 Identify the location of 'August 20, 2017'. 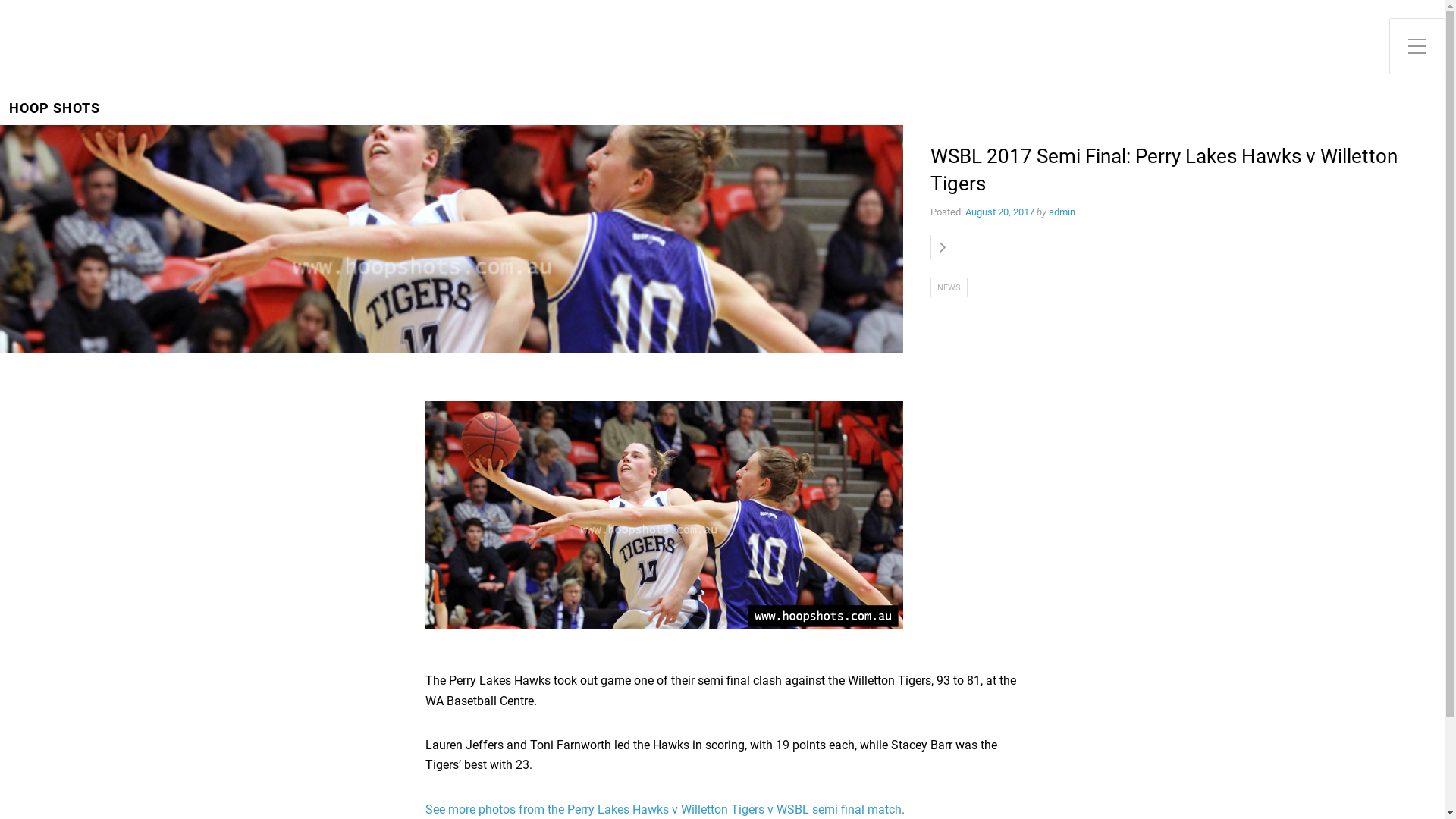
(999, 212).